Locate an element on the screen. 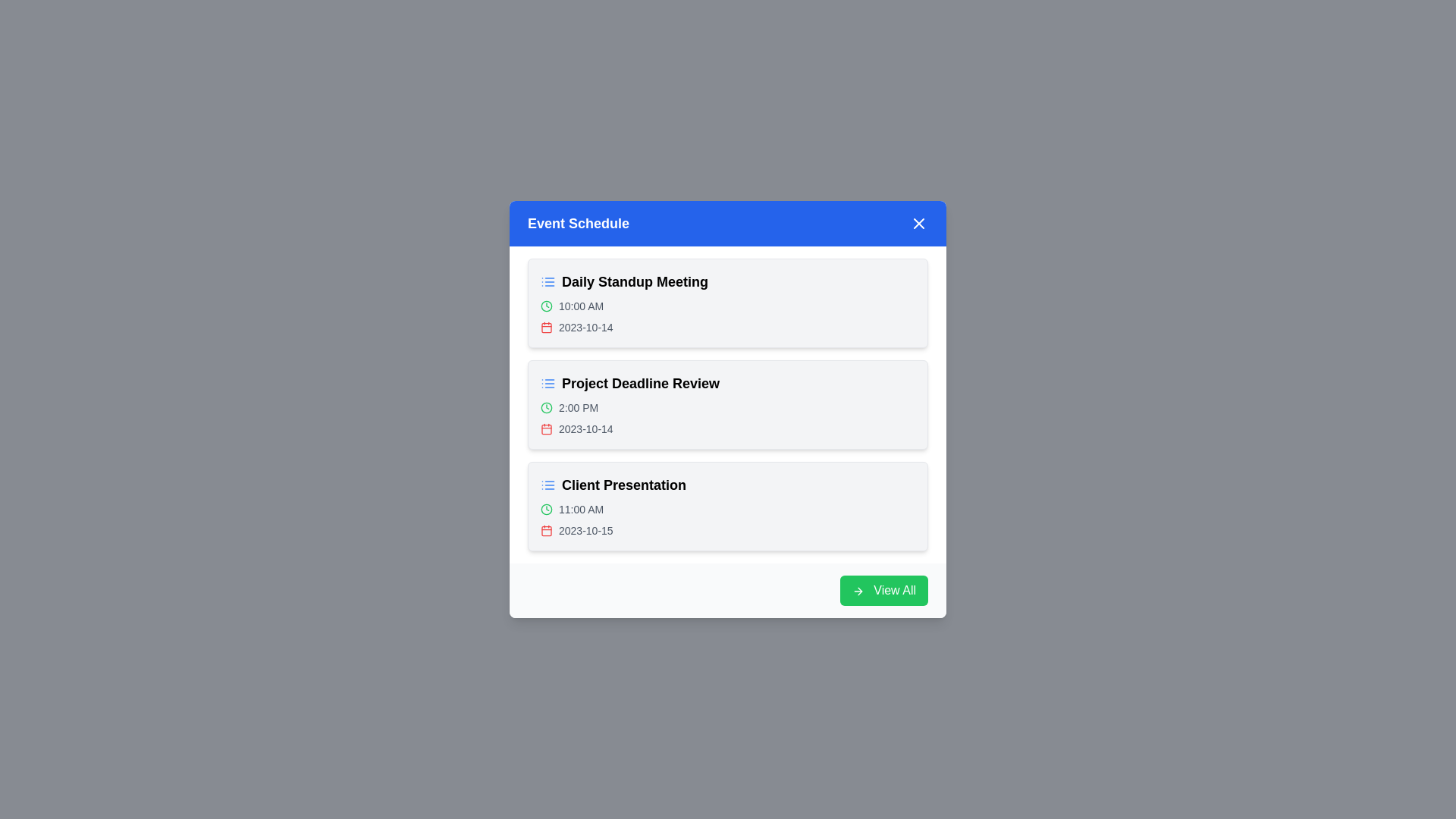 The image size is (1456, 819). the circular icon element with a green border and white fill, part of the 'Project Deadline Review' section in the event list is located at coordinates (546, 306).